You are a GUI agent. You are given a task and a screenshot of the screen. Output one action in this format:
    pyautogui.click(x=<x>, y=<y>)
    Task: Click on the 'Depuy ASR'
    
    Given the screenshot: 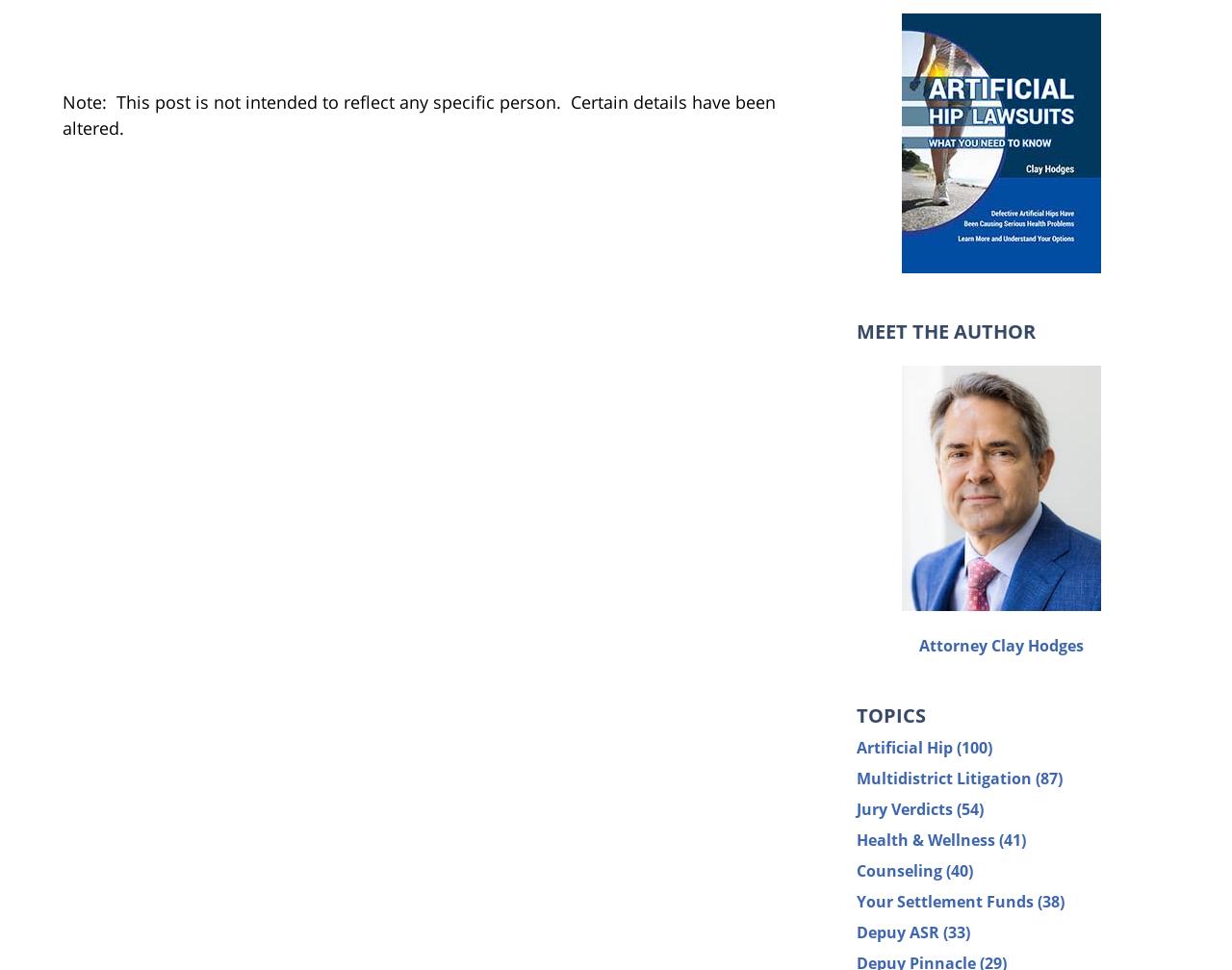 What is the action you would take?
    pyautogui.click(x=899, y=931)
    